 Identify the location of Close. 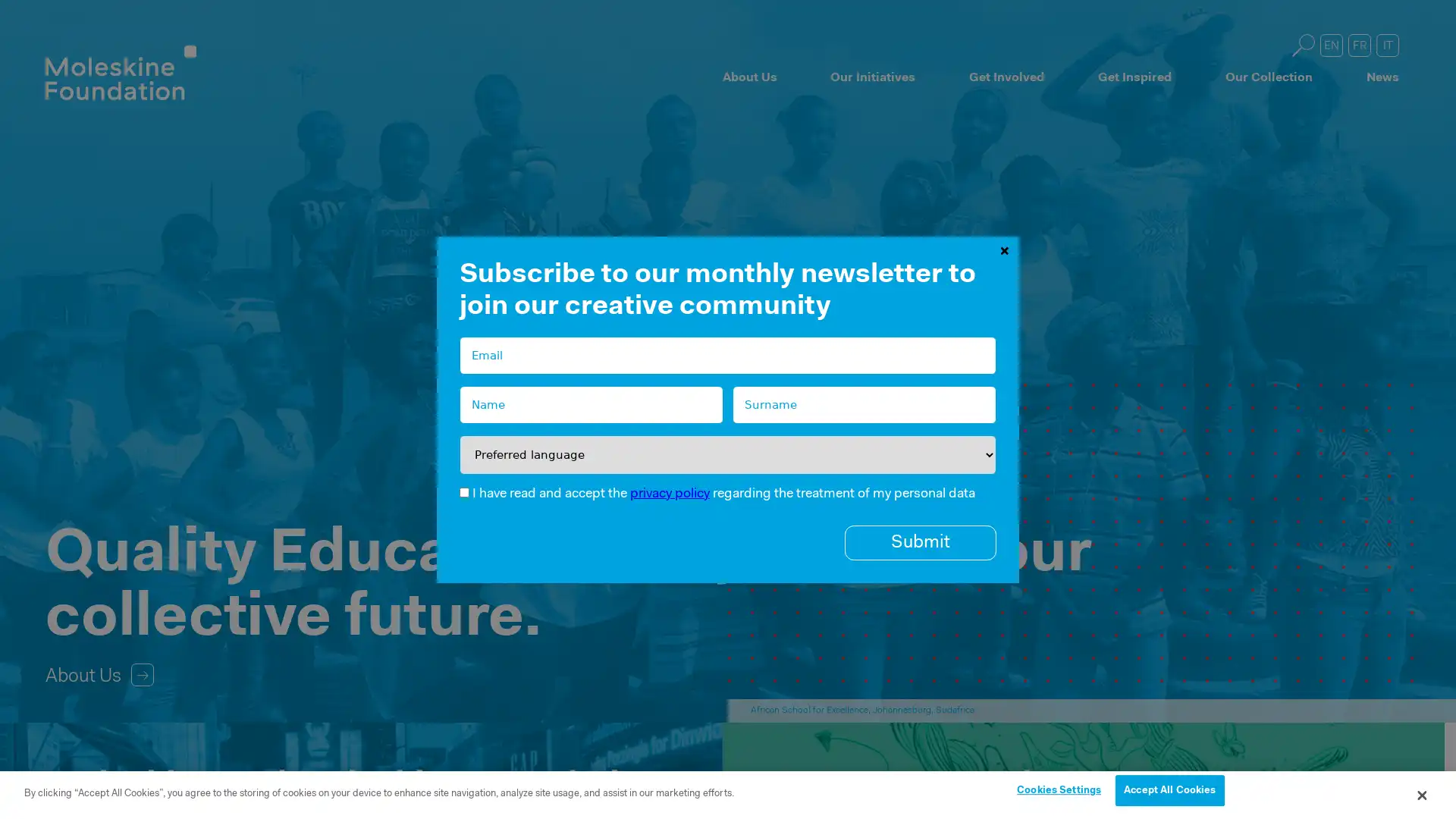
(1420, 794).